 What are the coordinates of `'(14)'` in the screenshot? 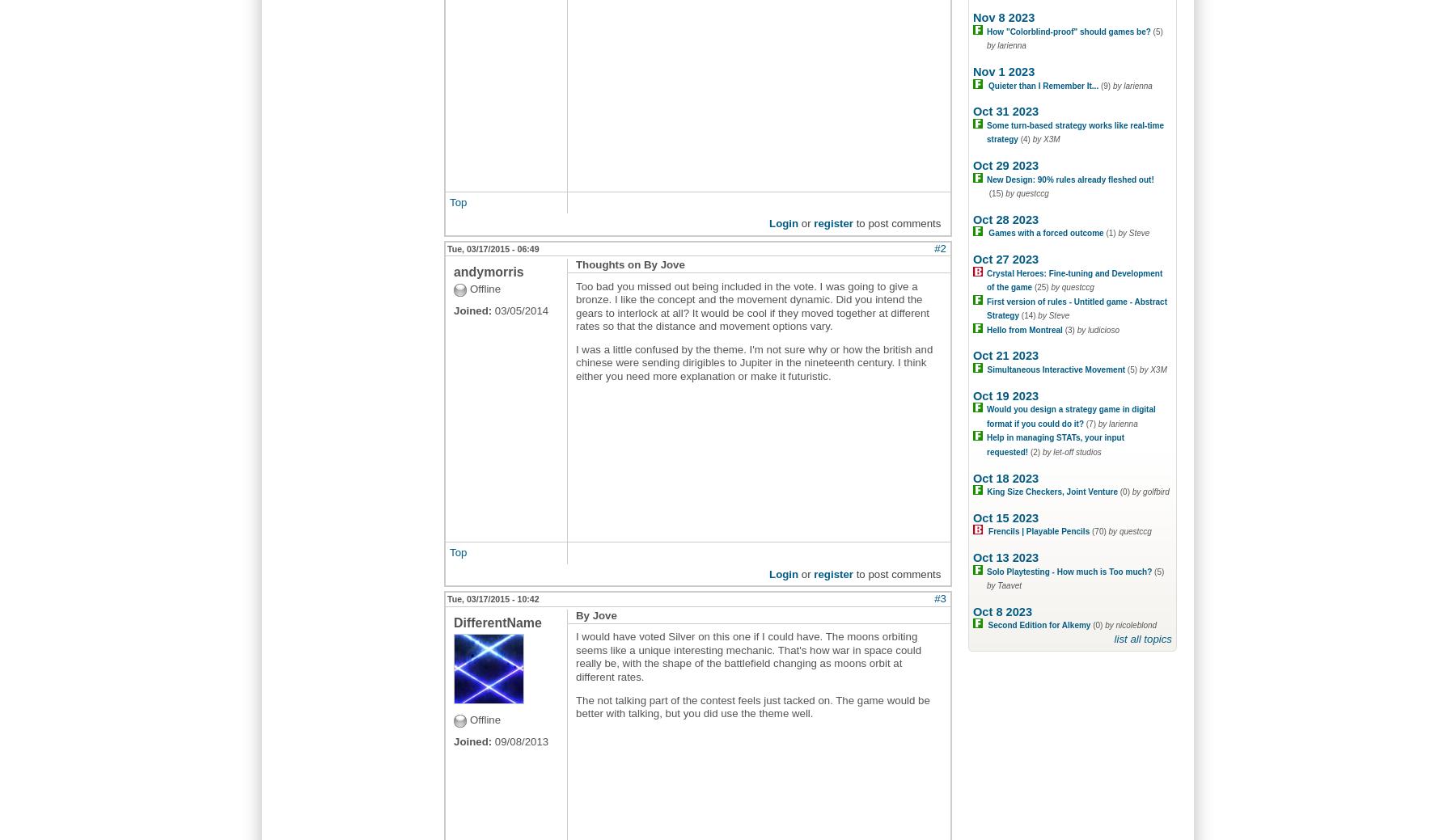 It's located at (1029, 314).